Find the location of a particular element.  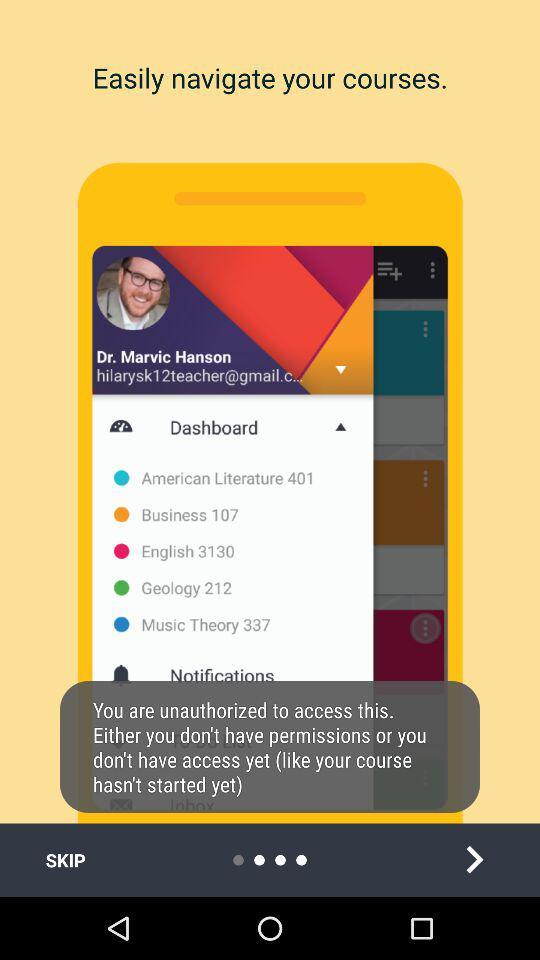

next is located at coordinates (473, 859).